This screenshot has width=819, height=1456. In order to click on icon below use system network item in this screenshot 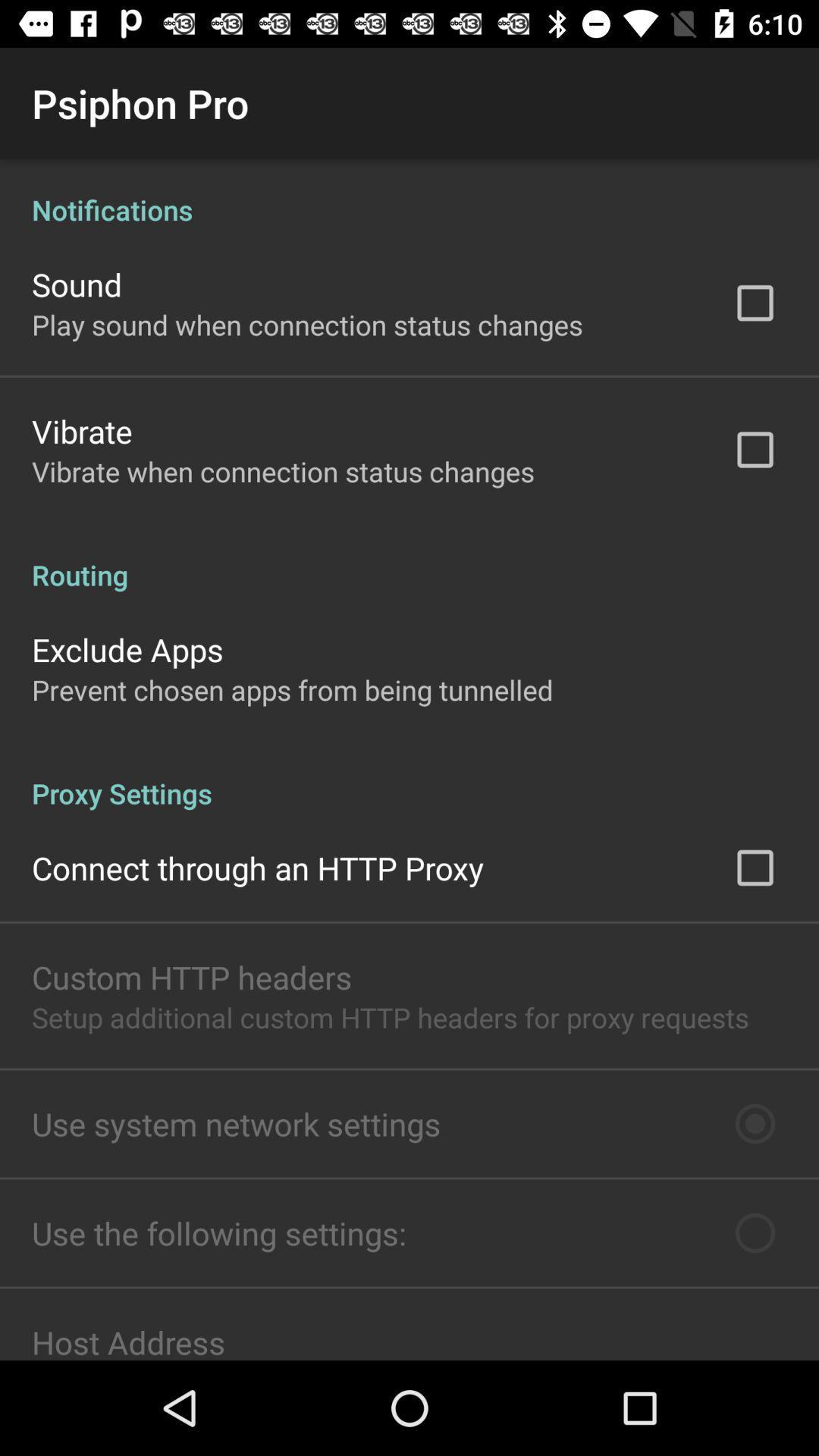, I will do `click(219, 1233)`.